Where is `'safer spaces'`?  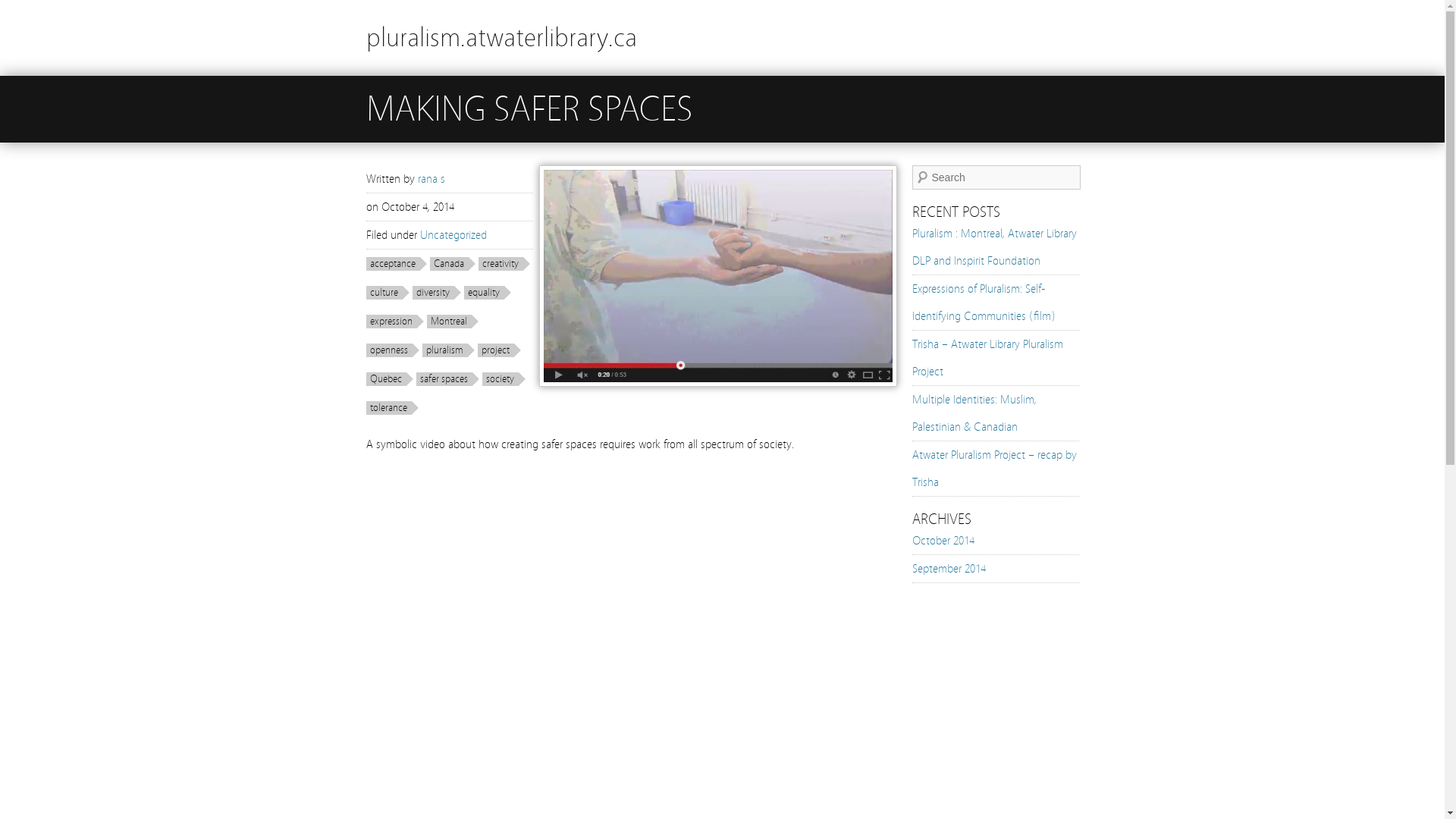
'safer spaces' is located at coordinates (446, 378).